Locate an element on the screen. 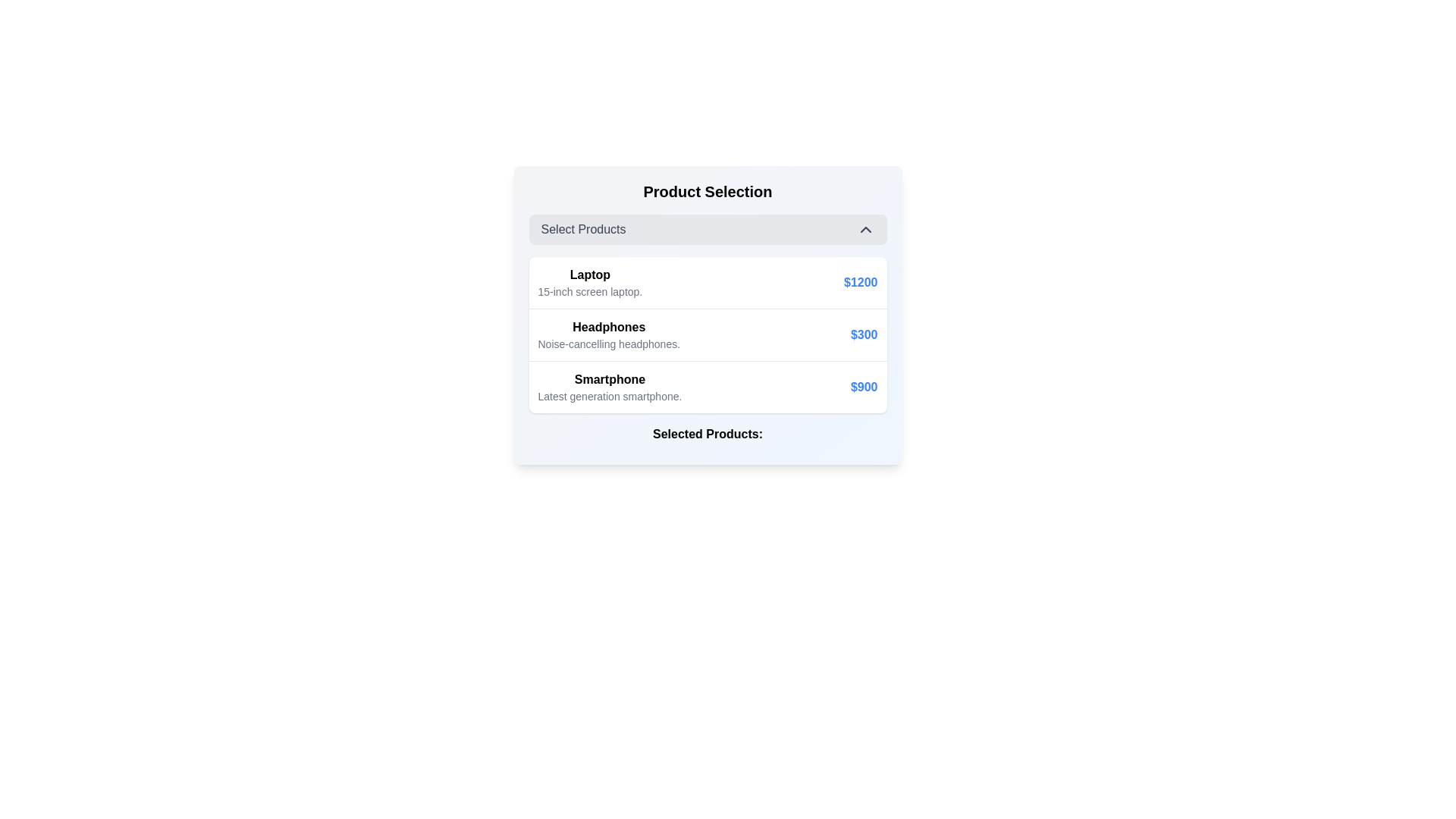 This screenshot has height=819, width=1456. the 'Headphones' text block is located at coordinates (609, 334).